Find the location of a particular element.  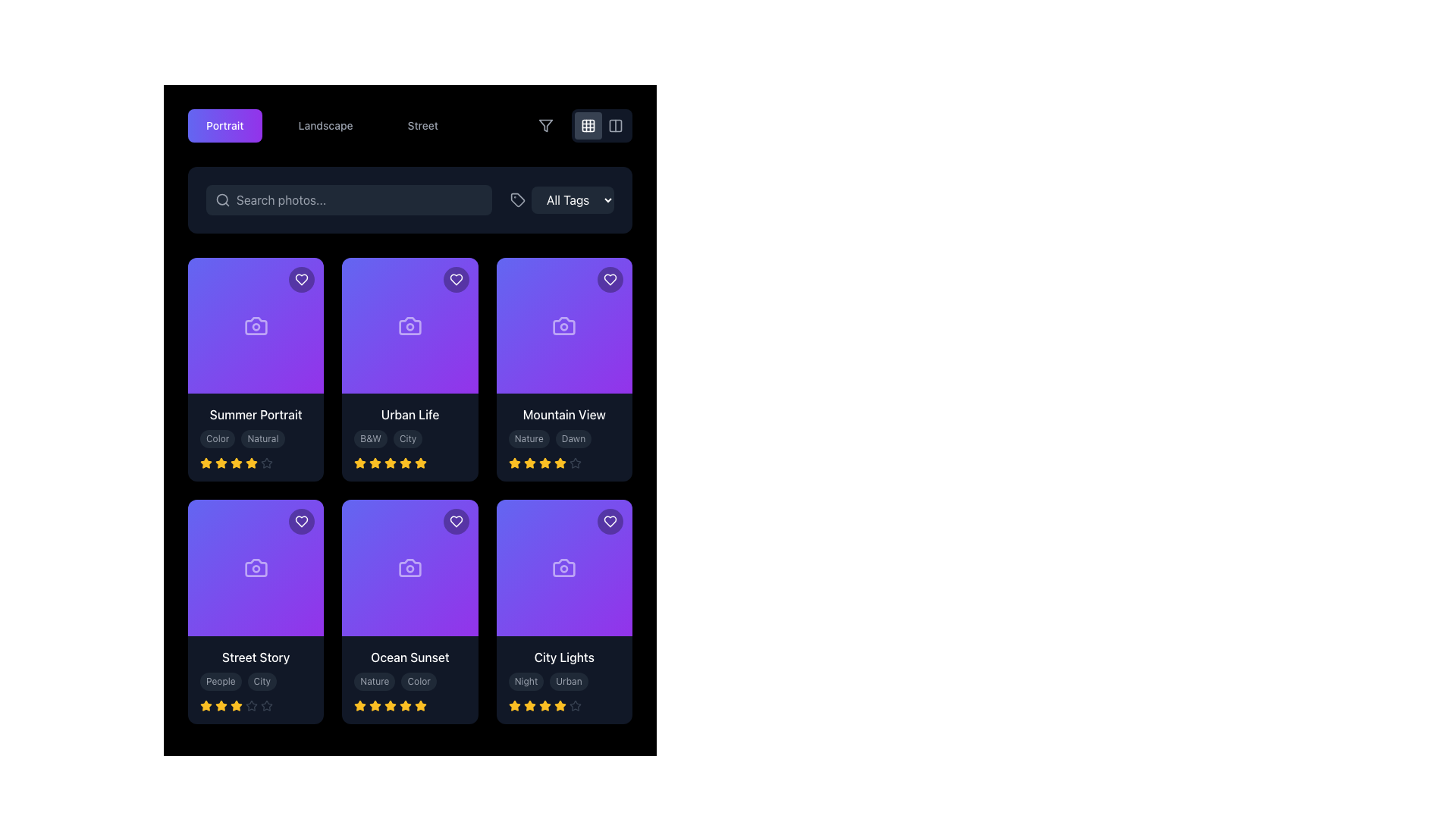

the 'like' or 'favorite' button located at the top-right corner of the card labeled 'Ocean Sunset' to express preference for the associated item is located at coordinates (455, 521).